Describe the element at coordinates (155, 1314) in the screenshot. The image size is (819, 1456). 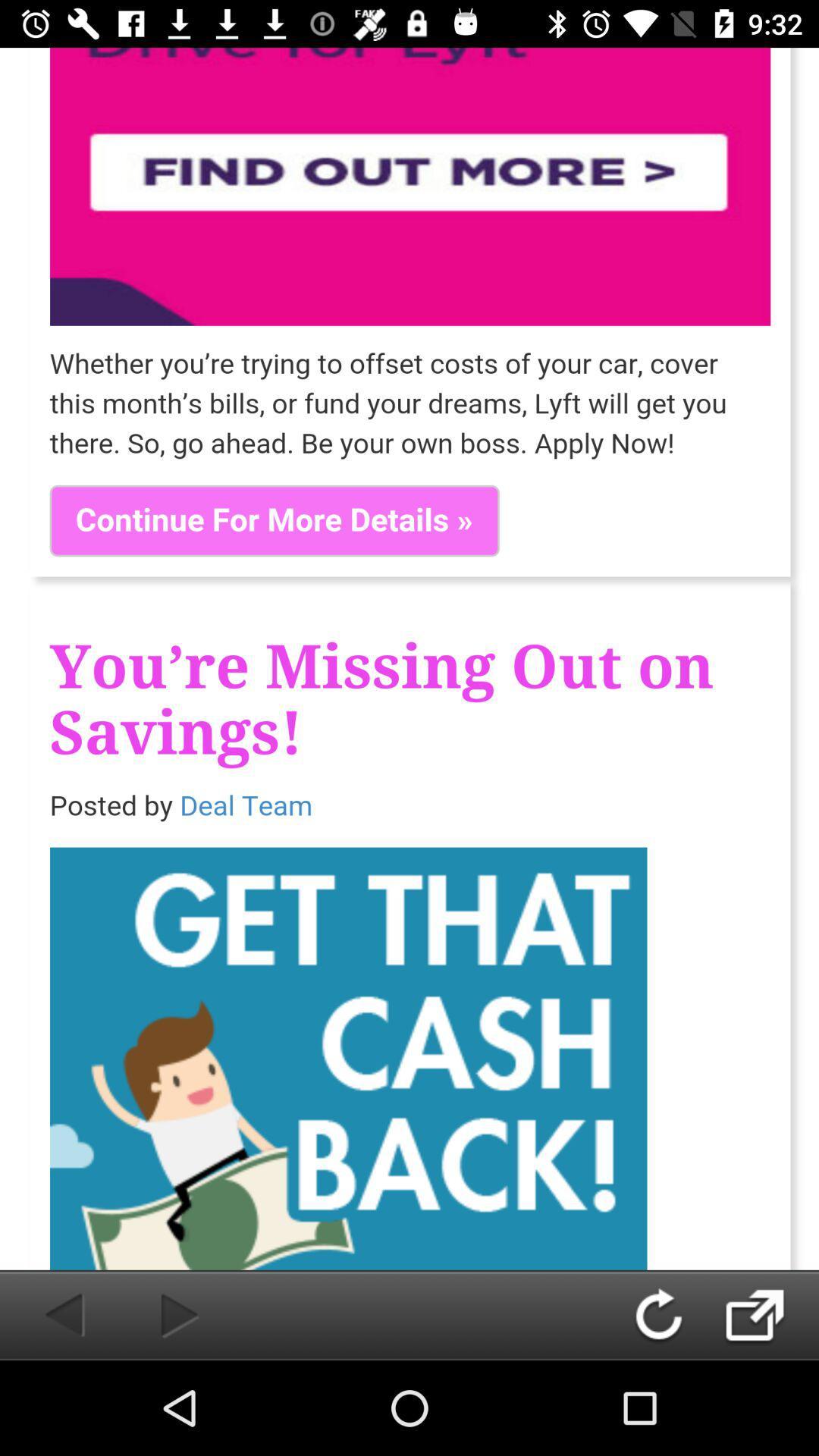
I see `forward` at that location.